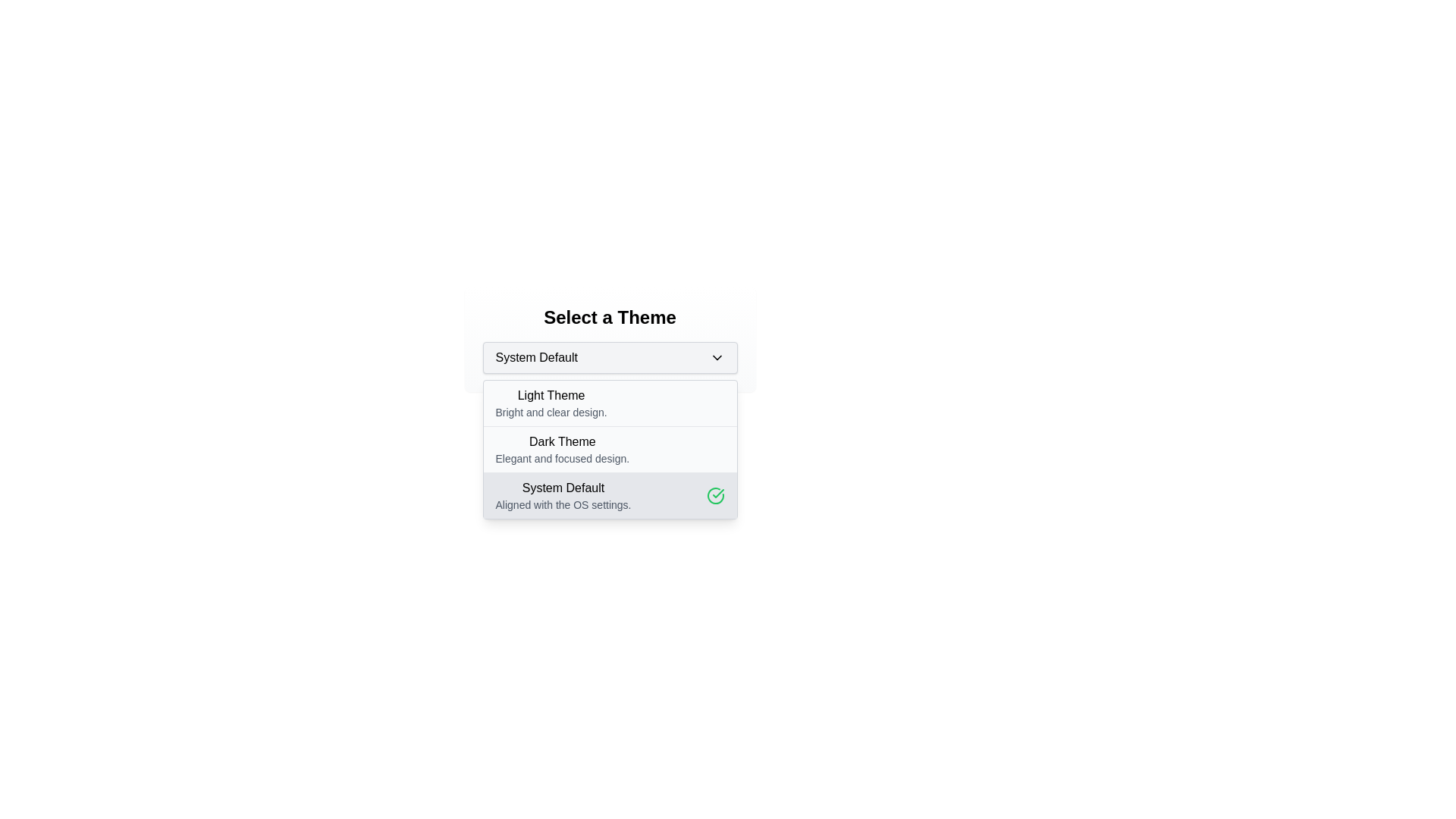  What do you see at coordinates (563, 505) in the screenshot?
I see `the text label providing supplemental information about the 'System Default' option located below the 'System Default' label in the dropdown menu under the 'Select a Theme' panel` at bounding box center [563, 505].